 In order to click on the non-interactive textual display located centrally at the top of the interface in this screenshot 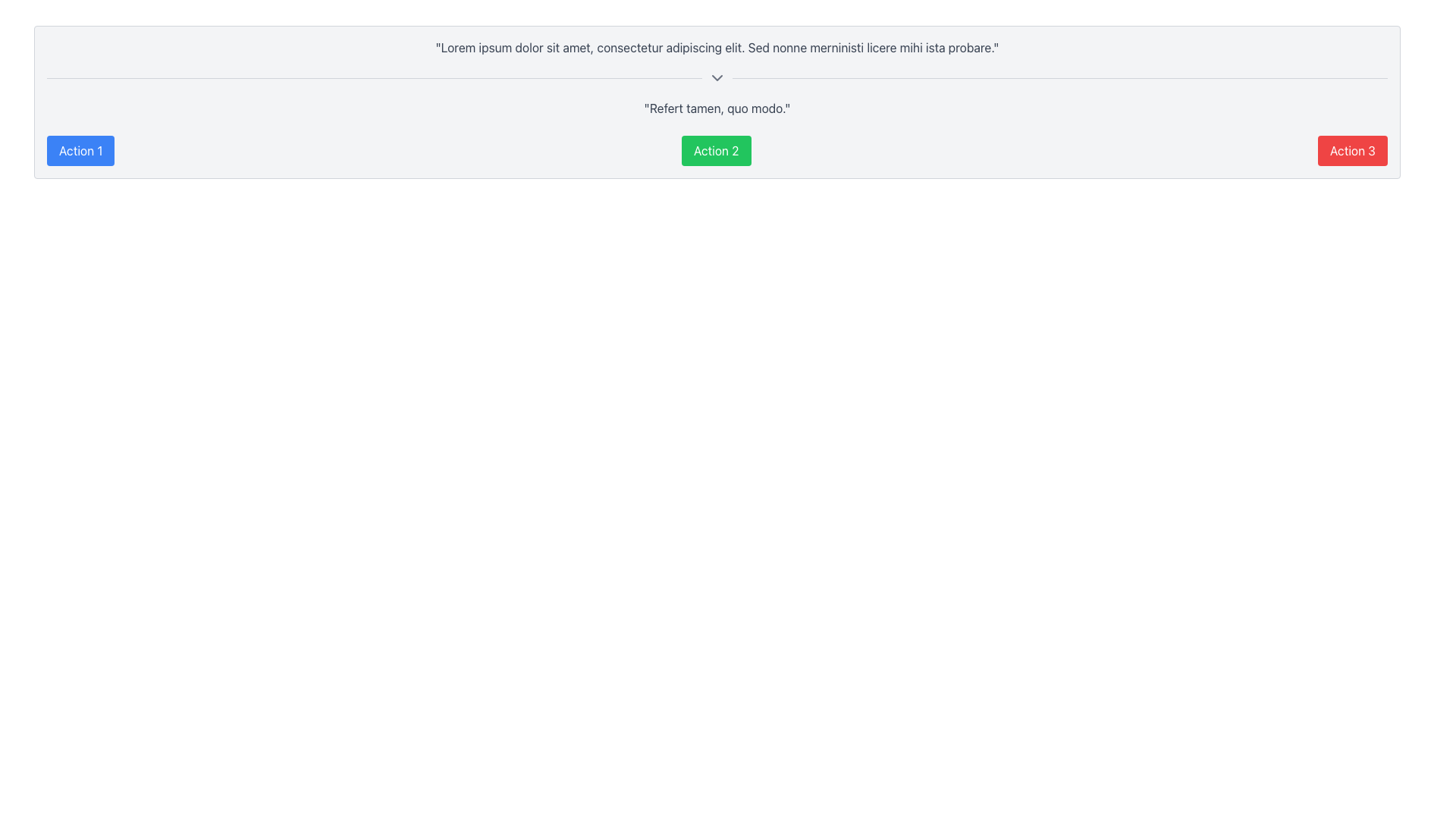, I will do `click(716, 46)`.